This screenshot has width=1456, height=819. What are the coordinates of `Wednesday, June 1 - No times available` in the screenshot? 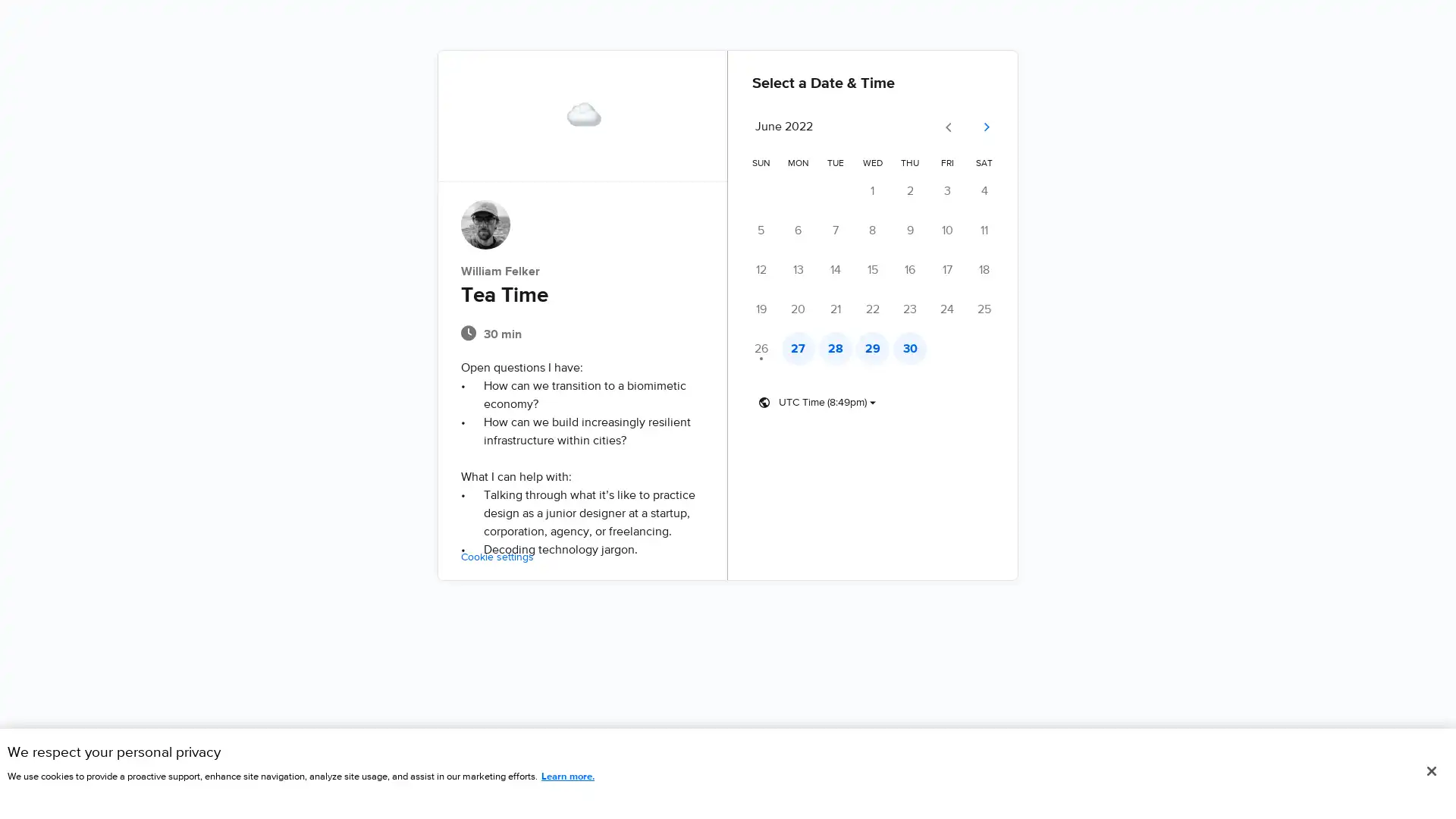 It's located at (878, 190).